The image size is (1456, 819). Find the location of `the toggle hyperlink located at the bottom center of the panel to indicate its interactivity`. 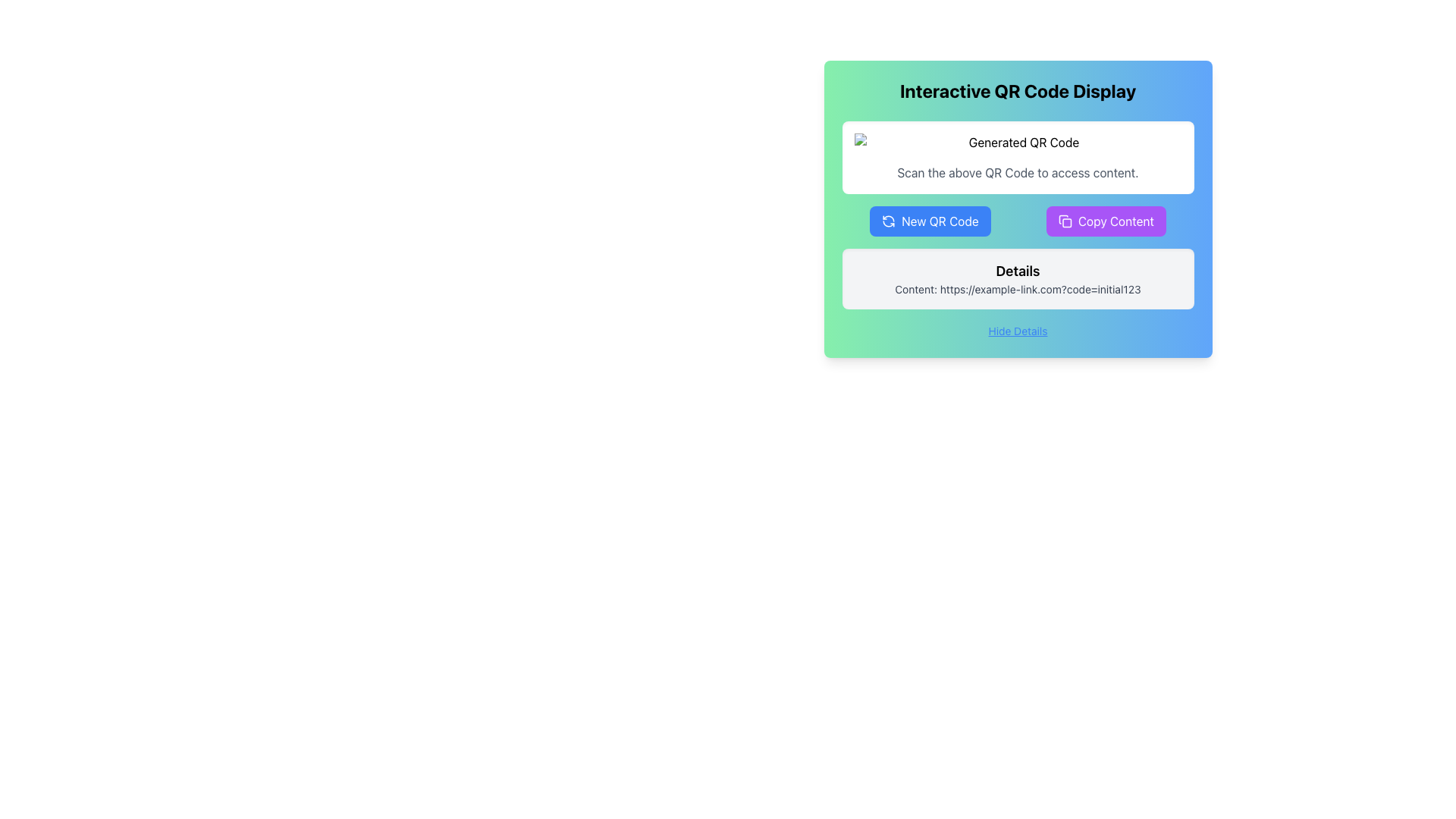

the toggle hyperlink located at the bottom center of the panel to indicate its interactivity is located at coordinates (1018, 330).